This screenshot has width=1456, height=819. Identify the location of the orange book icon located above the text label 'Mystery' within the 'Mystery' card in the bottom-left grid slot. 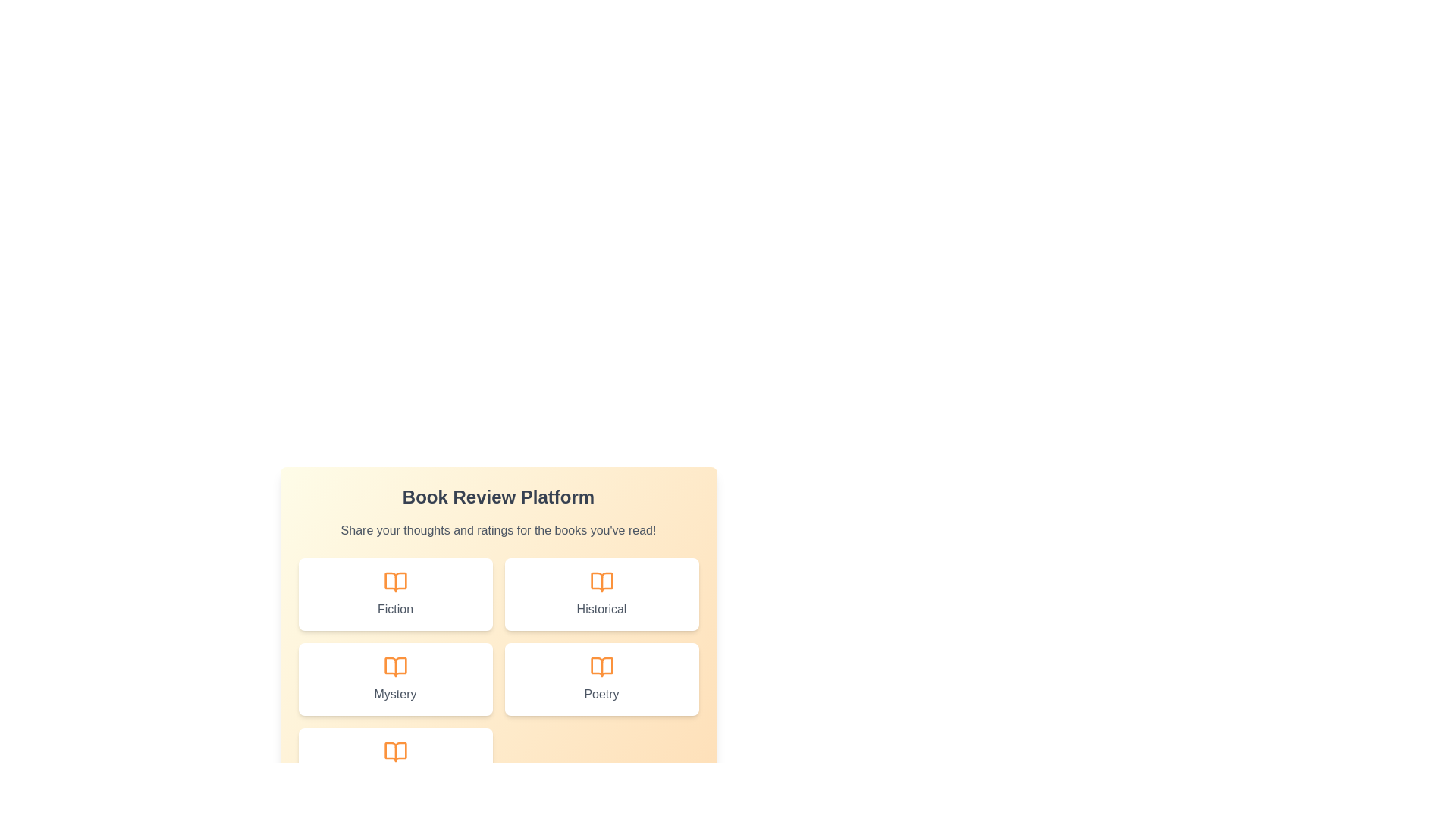
(395, 666).